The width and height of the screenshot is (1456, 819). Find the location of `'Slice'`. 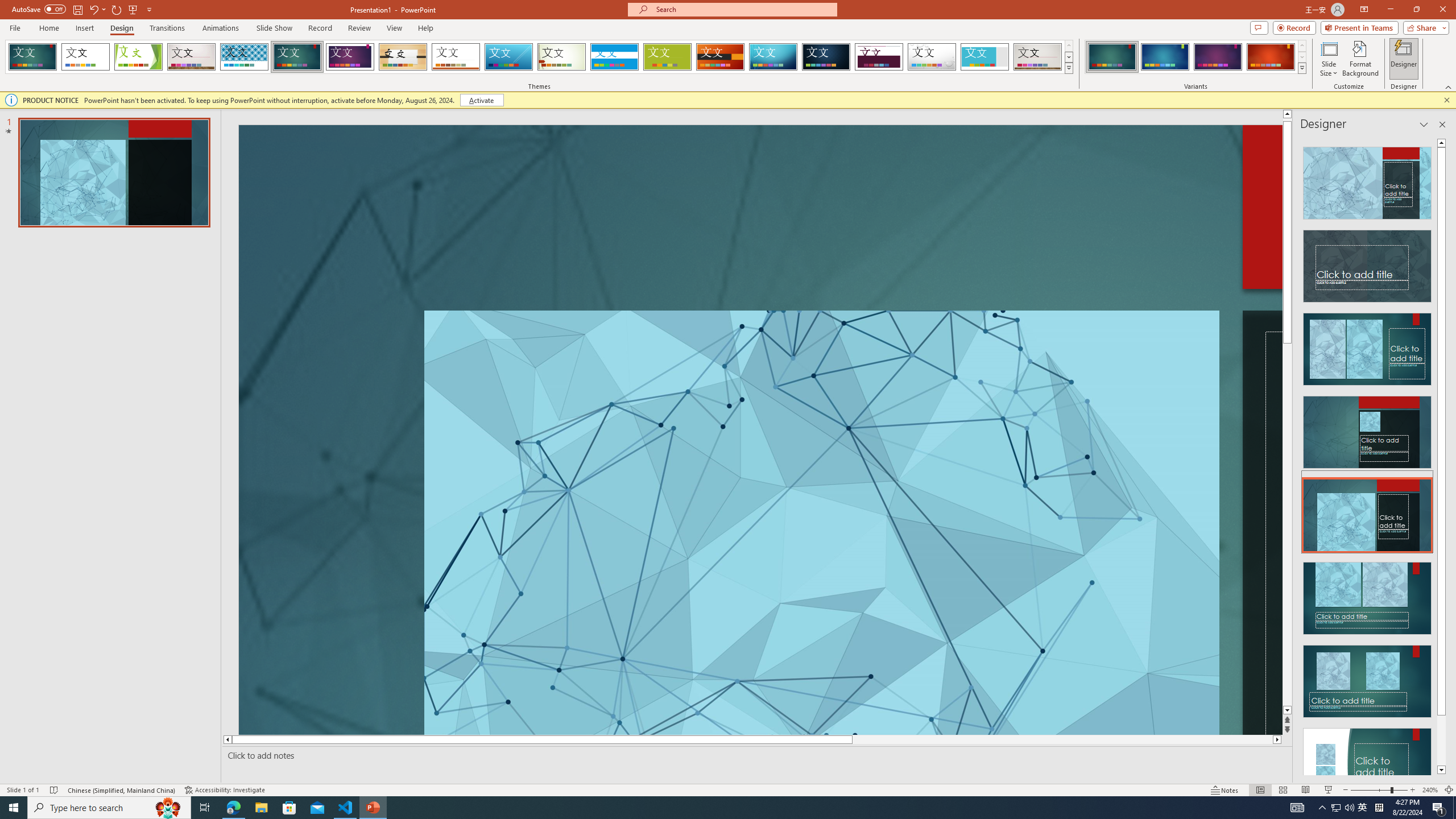

'Slice' is located at coordinates (508, 56).